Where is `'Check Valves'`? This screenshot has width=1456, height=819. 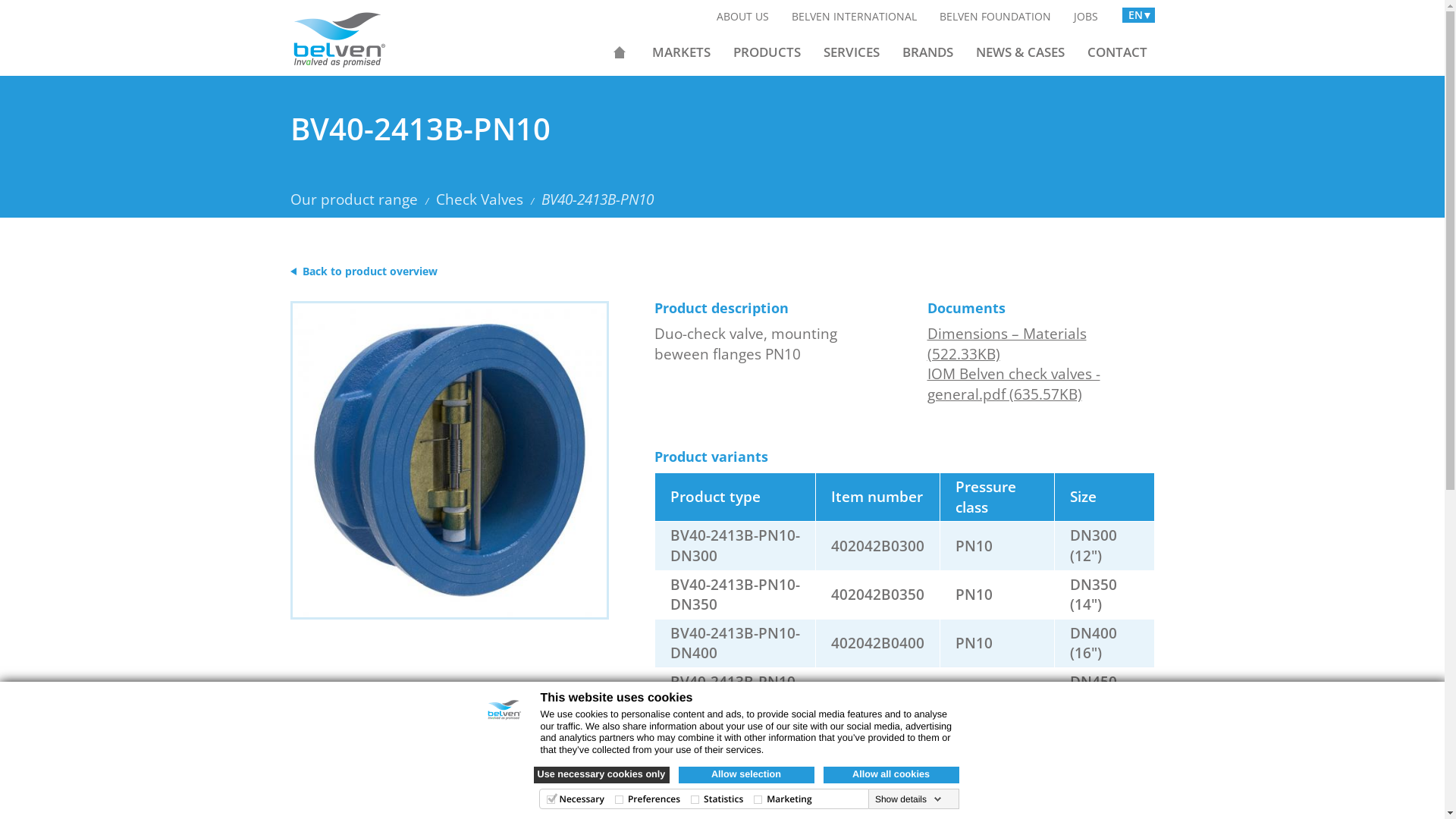 'Check Valves' is located at coordinates (478, 198).